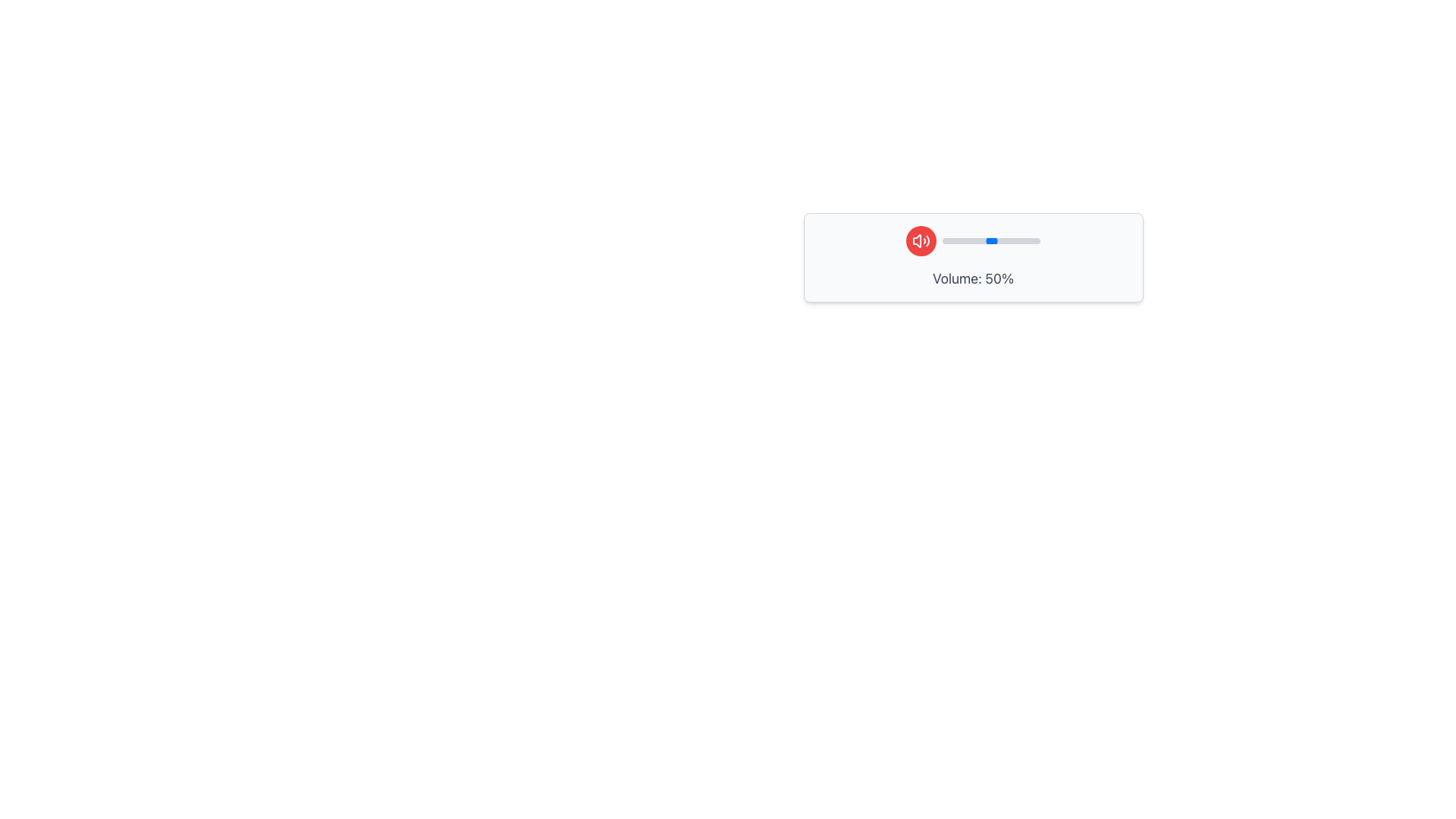  I want to click on volume, so click(985, 240).